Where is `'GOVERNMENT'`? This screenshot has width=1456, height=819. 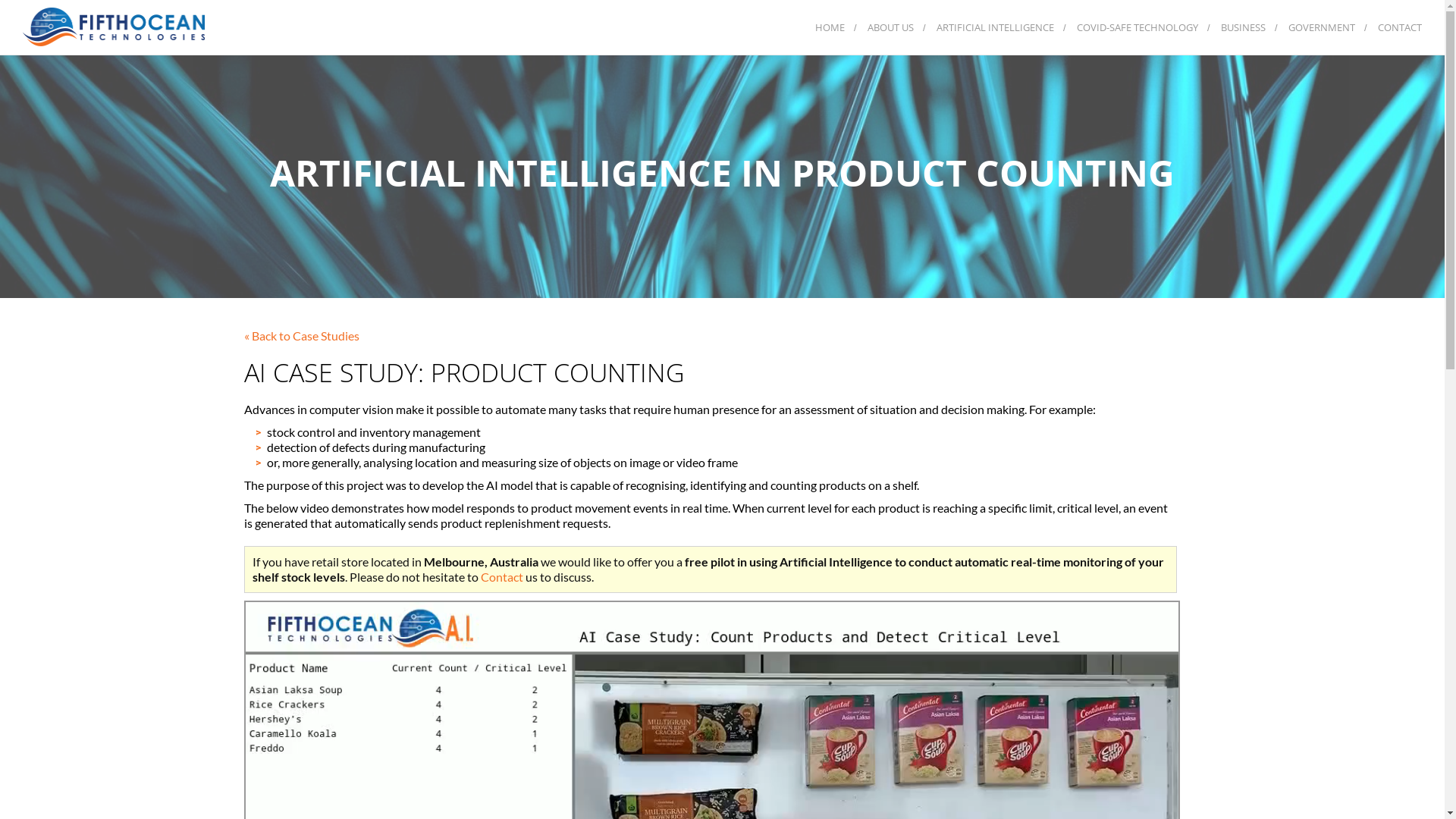
'GOVERNMENT' is located at coordinates (1320, 27).